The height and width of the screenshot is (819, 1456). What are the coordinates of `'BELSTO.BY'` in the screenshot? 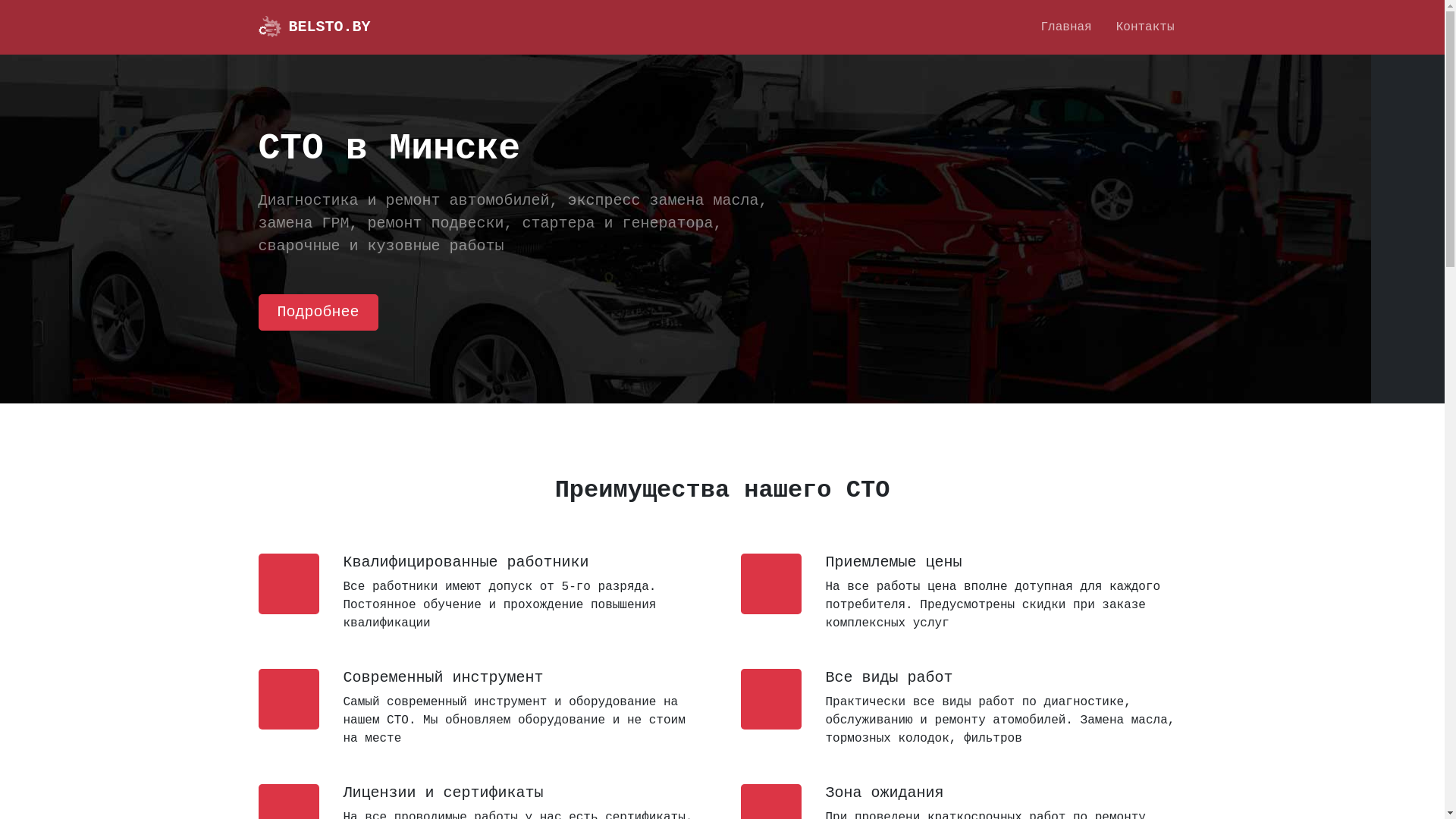 It's located at (312, 27).